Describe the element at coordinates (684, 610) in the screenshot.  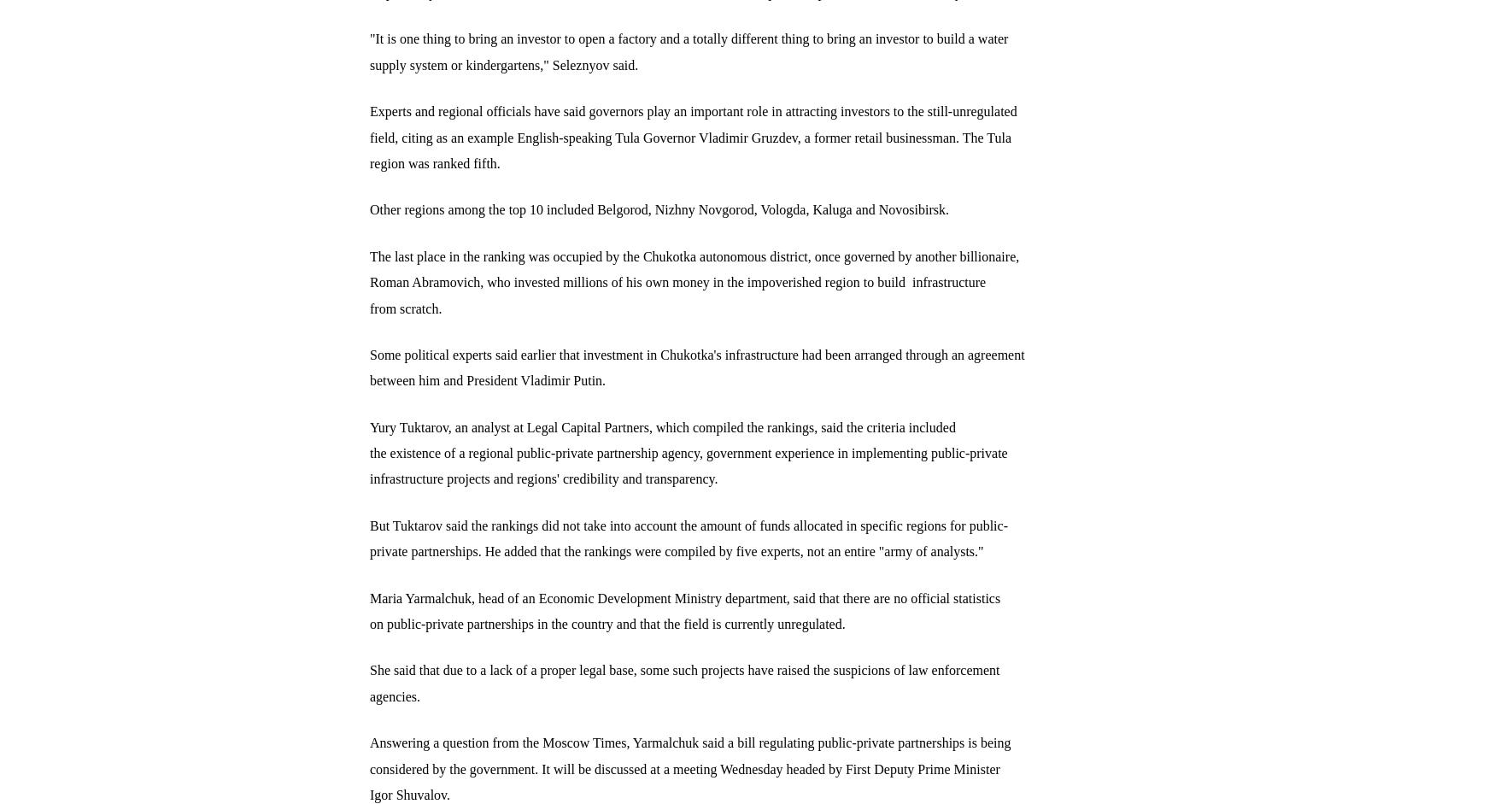
I see `'Maria Yarmalchuk, head of an Economic Development Ministry department, said that there are no official statistics on public-private partnerships in the country and that the field is currently unregulated.'` at that location.